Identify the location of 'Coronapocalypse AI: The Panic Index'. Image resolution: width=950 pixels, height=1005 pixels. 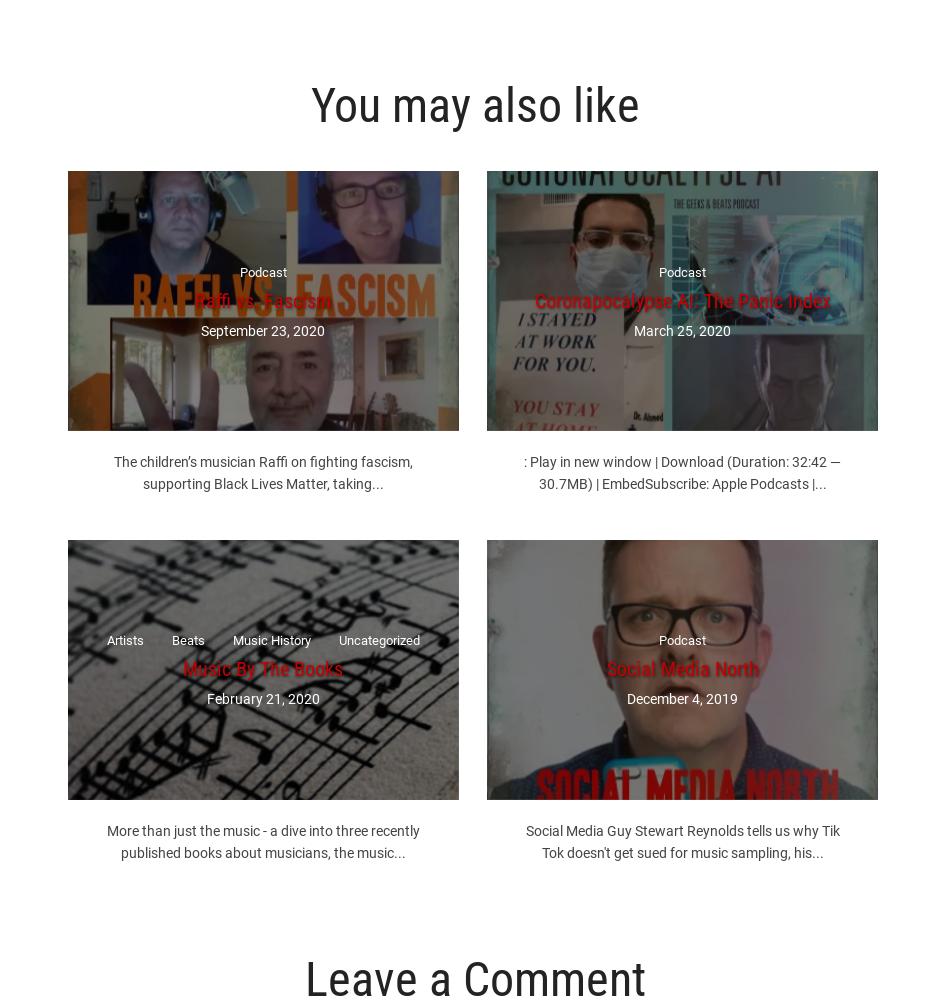
(682, 298).